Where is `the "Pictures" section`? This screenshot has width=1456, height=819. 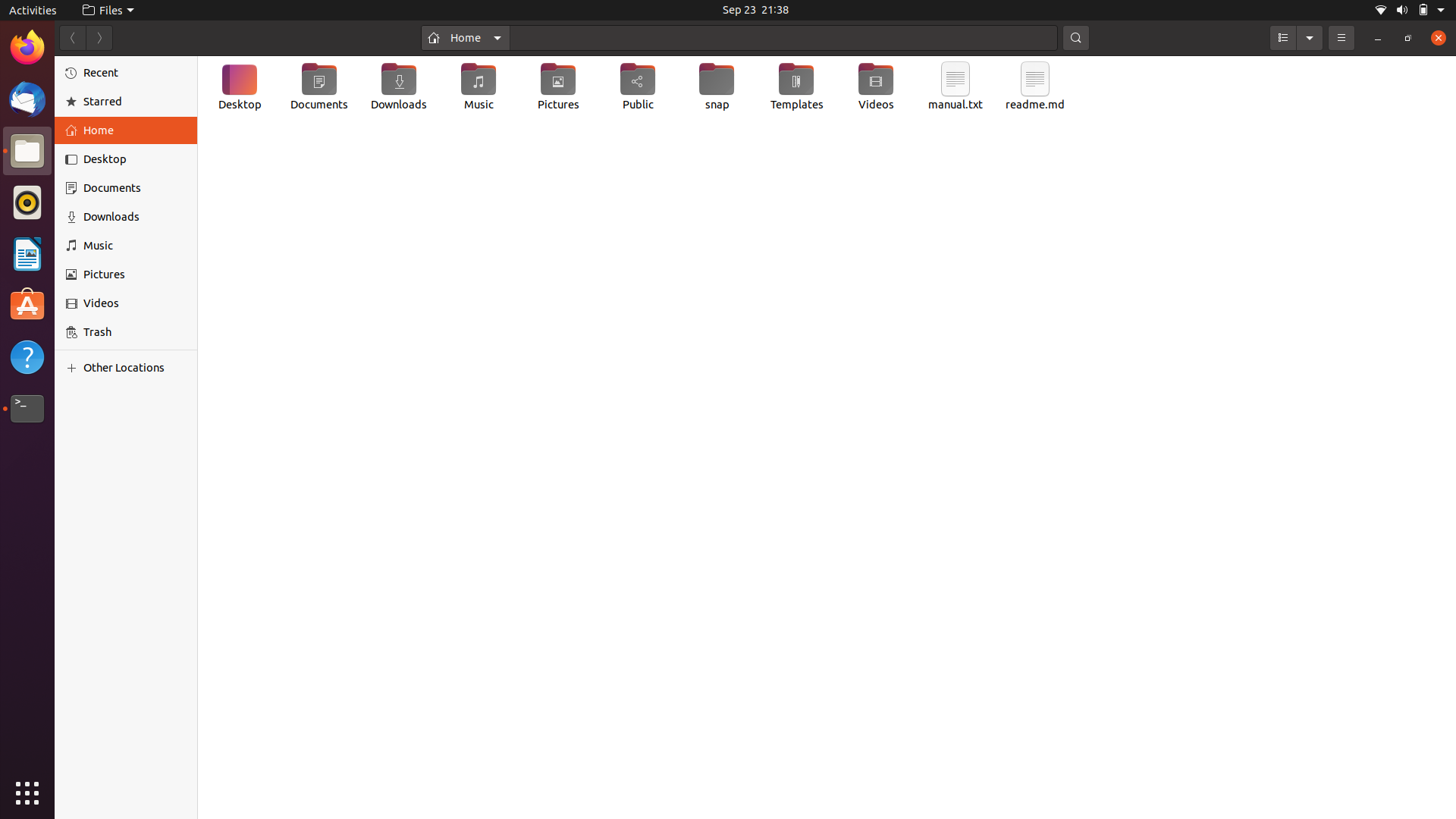 the "Pictures" section is located at coordinates (128, 275).